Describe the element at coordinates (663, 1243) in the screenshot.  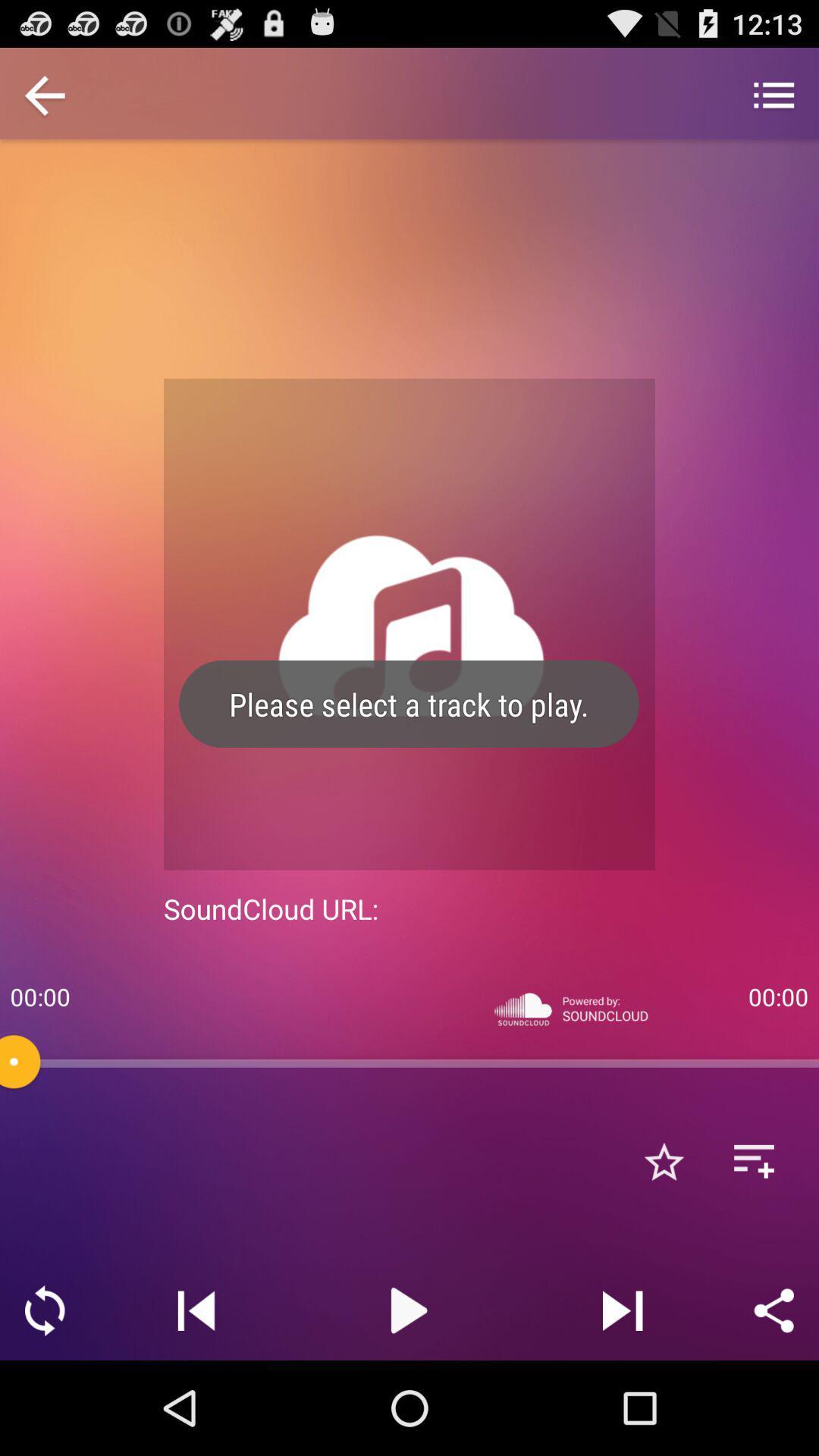
I see `the star icon` at that location.